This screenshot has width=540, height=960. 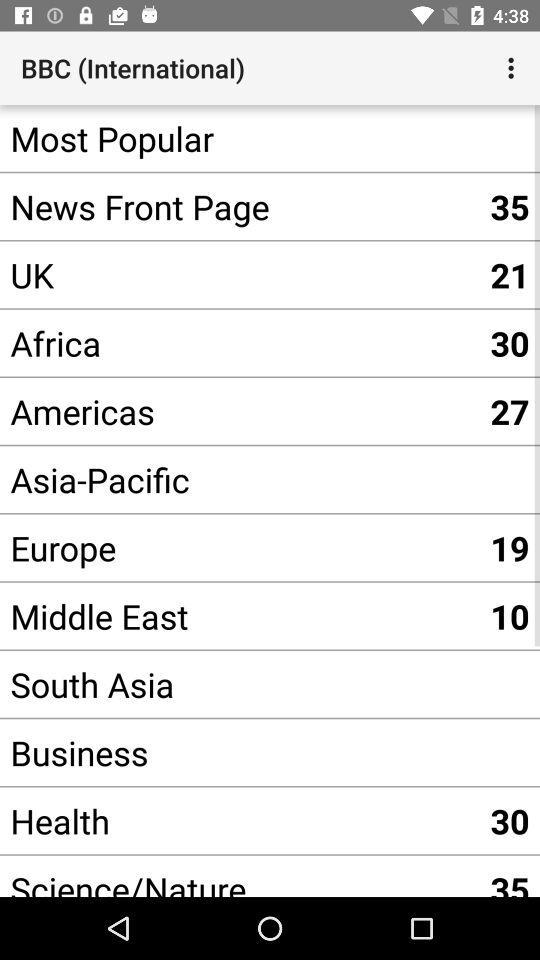 What do you see at coordinates (513, 68) in the screenshot?
I see `the icon above 35 icon` at bounding box center [513, 68].